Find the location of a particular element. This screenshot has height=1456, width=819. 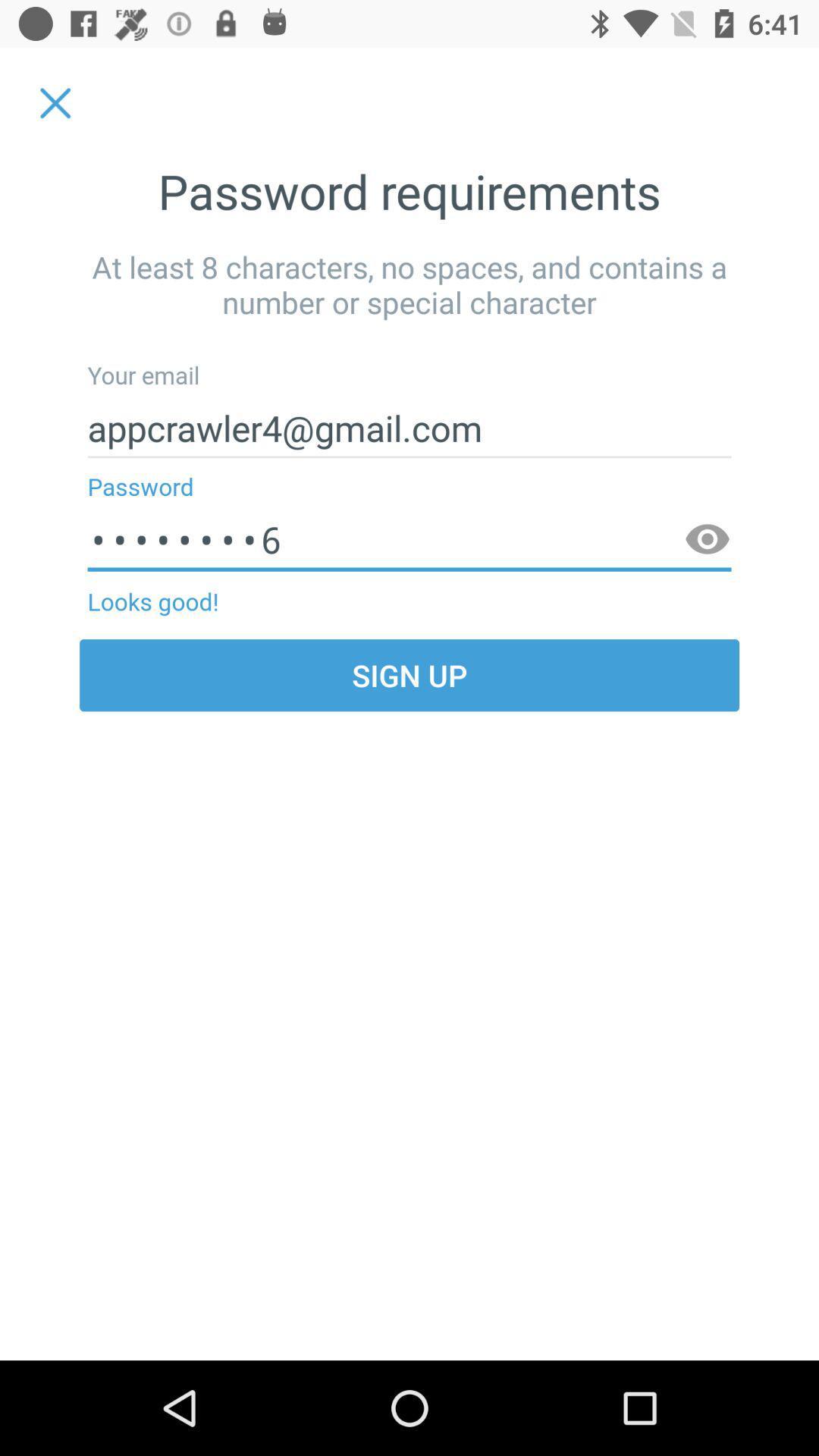

the item above the looks good! item is located at coordinates (409, 540).